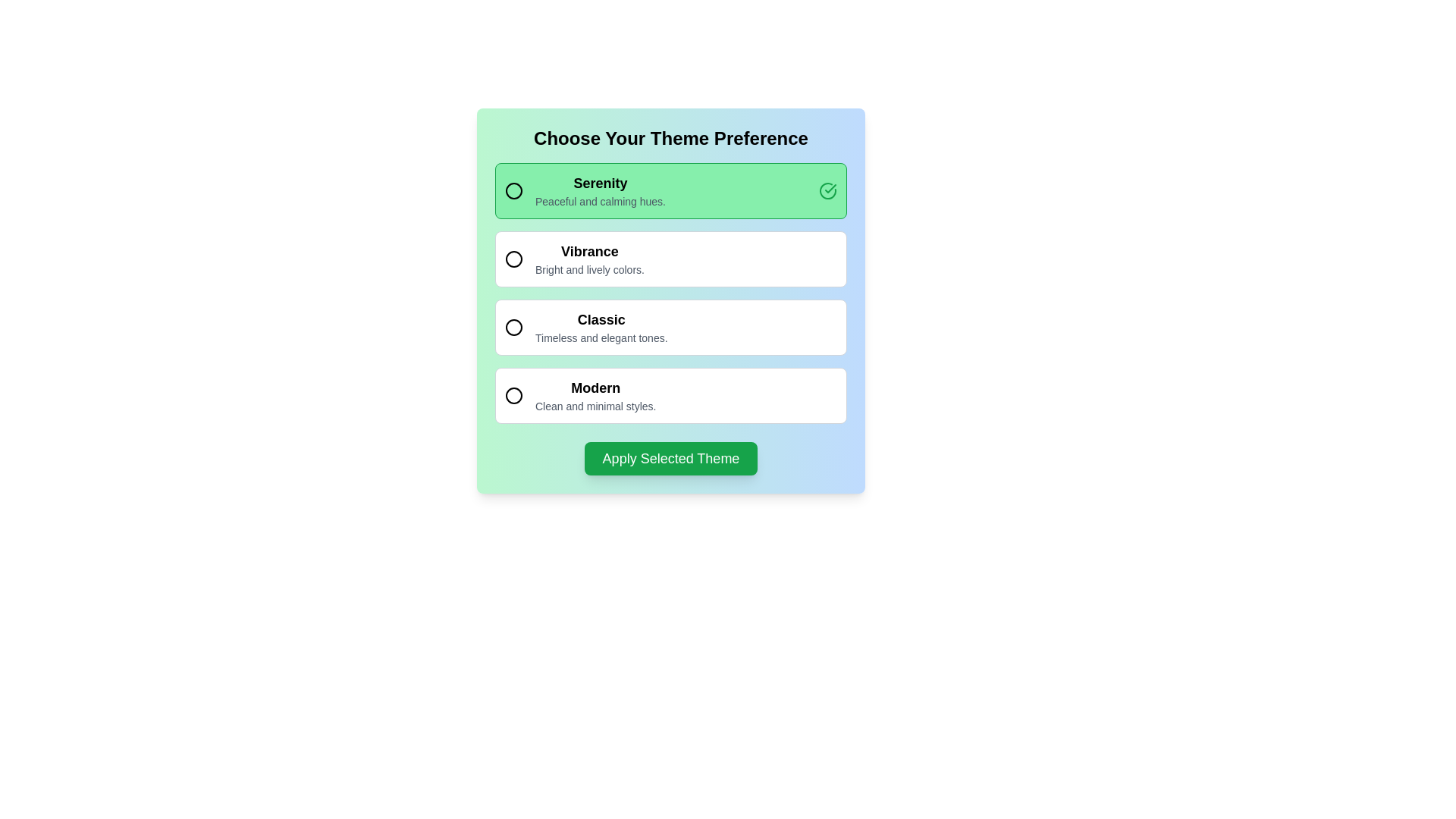 The height and width of the screenshot is (819, 1456). I want to click on the center of the radio button icon, so click(513, 259).